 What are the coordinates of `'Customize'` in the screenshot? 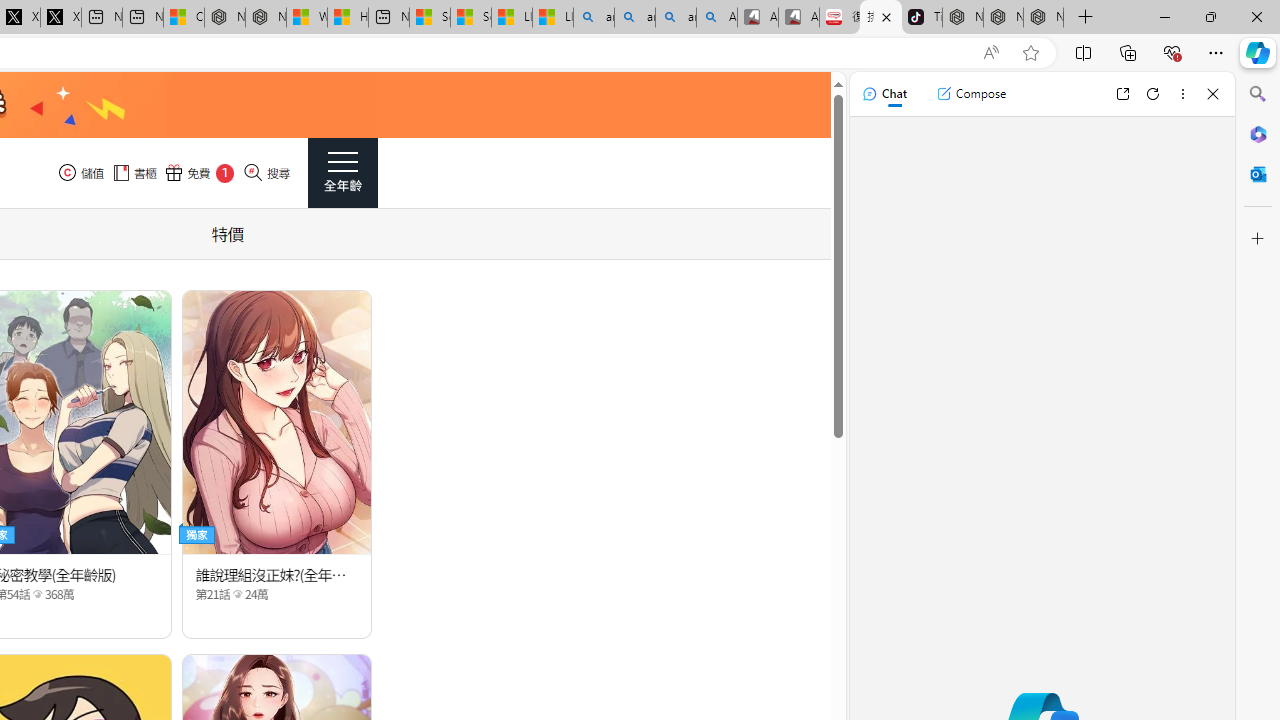 It's located at (1257, 238).